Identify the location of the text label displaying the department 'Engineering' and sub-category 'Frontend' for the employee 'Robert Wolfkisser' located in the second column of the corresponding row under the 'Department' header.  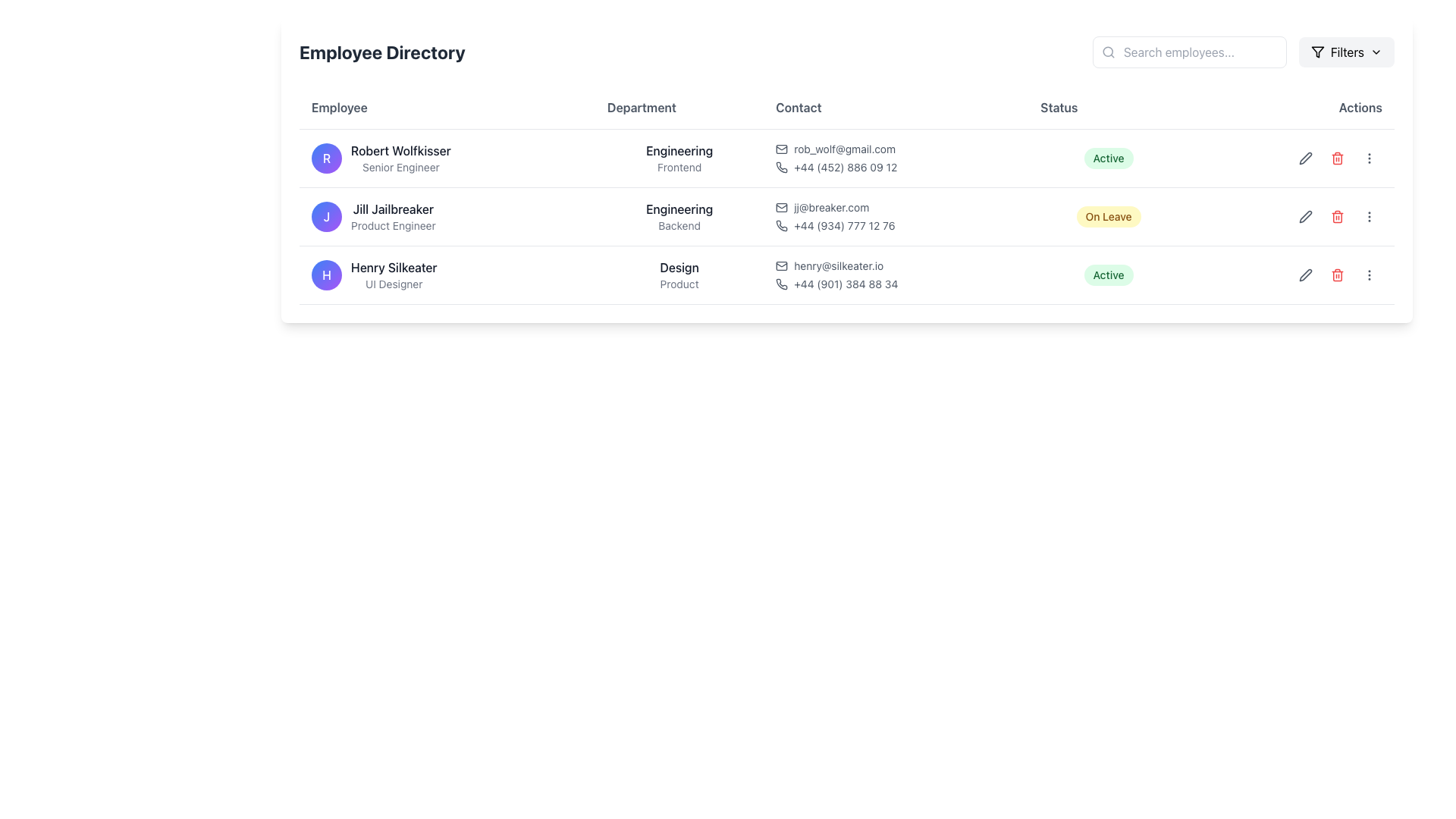
(679, 158).